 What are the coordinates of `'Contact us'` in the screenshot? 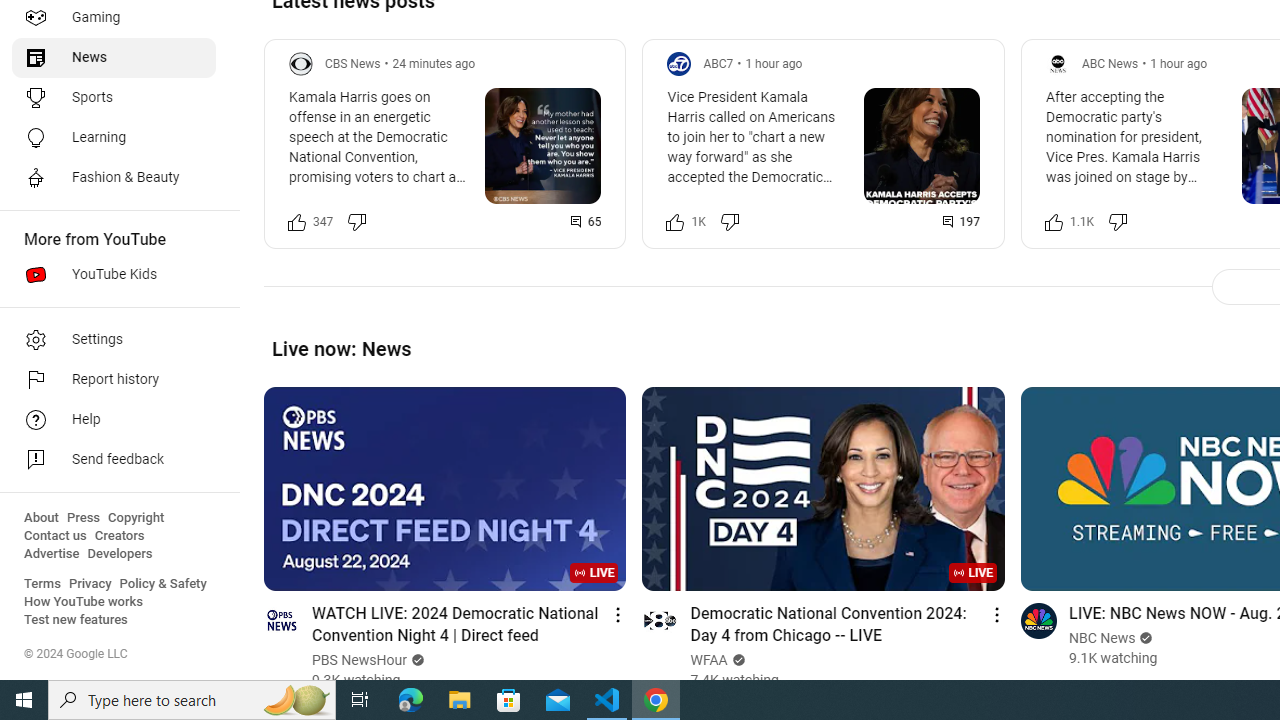 It's located at (55, 535).